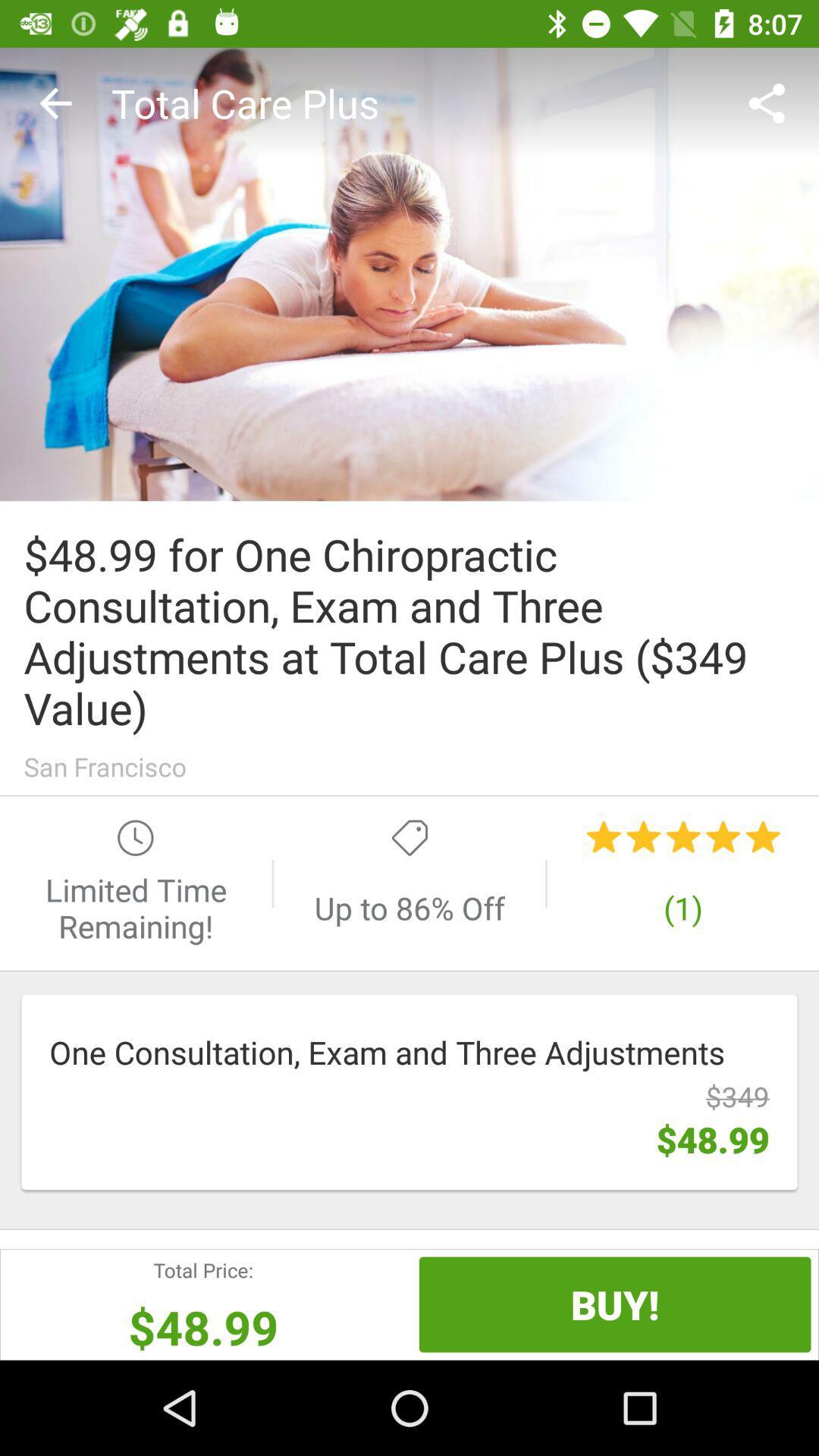 This screenshot has width=819, height=1456. Describe the element at coordinates (615, 1304) in the screenshot. I see `buy! icon` at that location.